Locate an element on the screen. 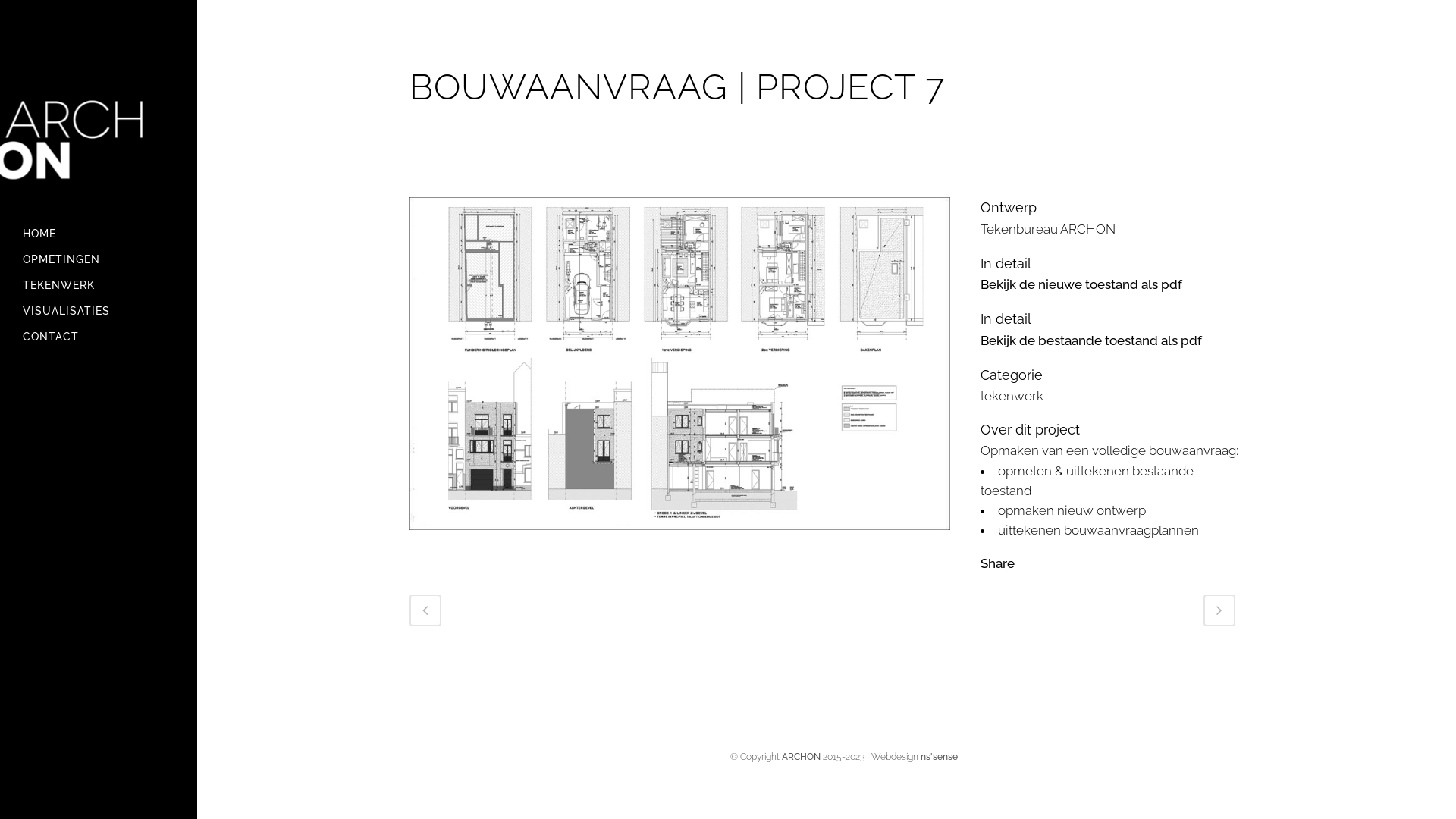 This screenshot has width=1456, height=819. 'Bekijk de nieuwe toestand als pdf' is located at coordinates (980, 284).